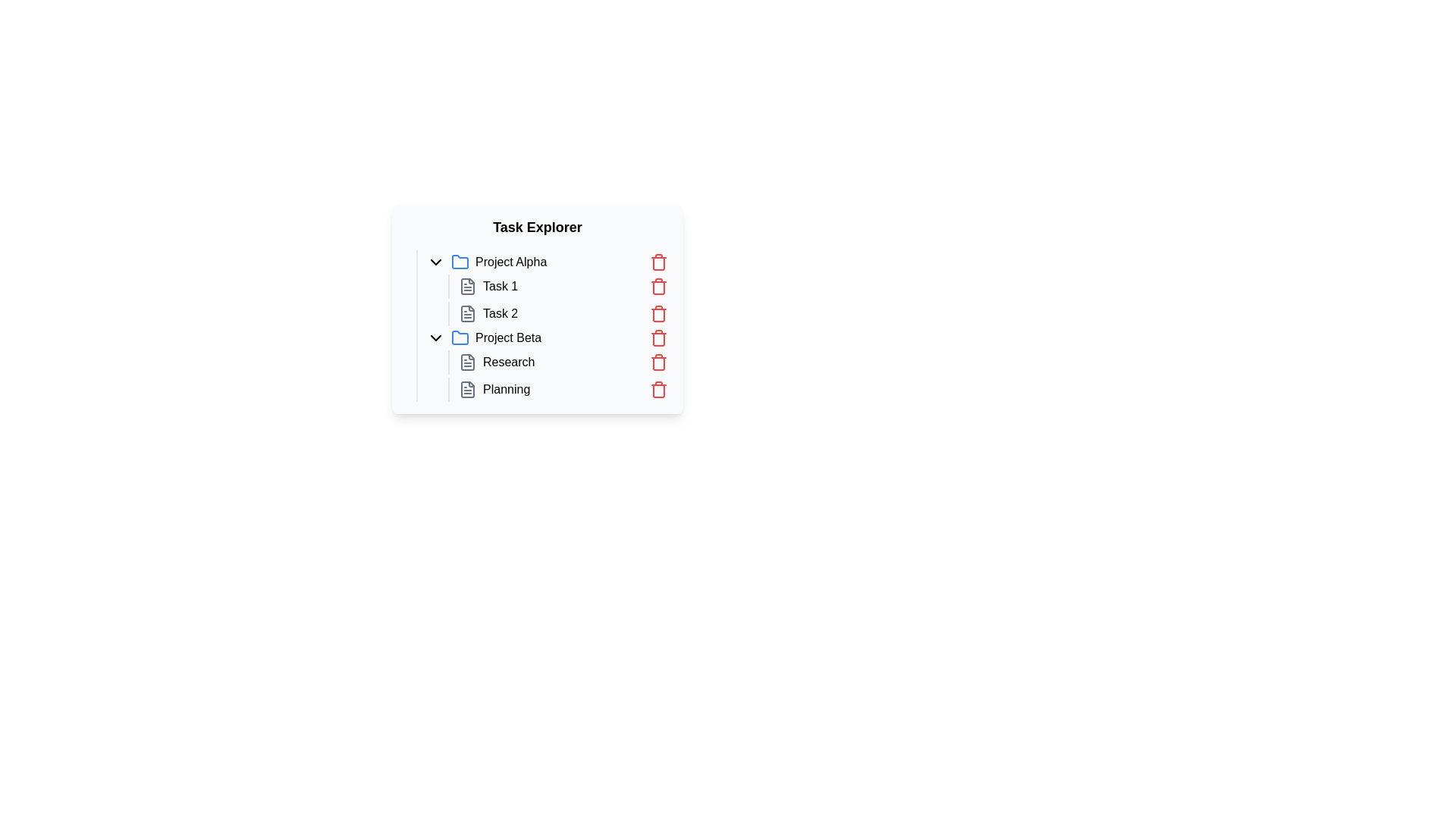 The height and width of the screenshot is (819, 1456). What do you see at coordinates (467, 362) in the screenshot?
I see `the file or document icon located in the 'Task Explorer' panel next to the 'Research' task under 'Project Beta'` at bounding box center [467, 362].